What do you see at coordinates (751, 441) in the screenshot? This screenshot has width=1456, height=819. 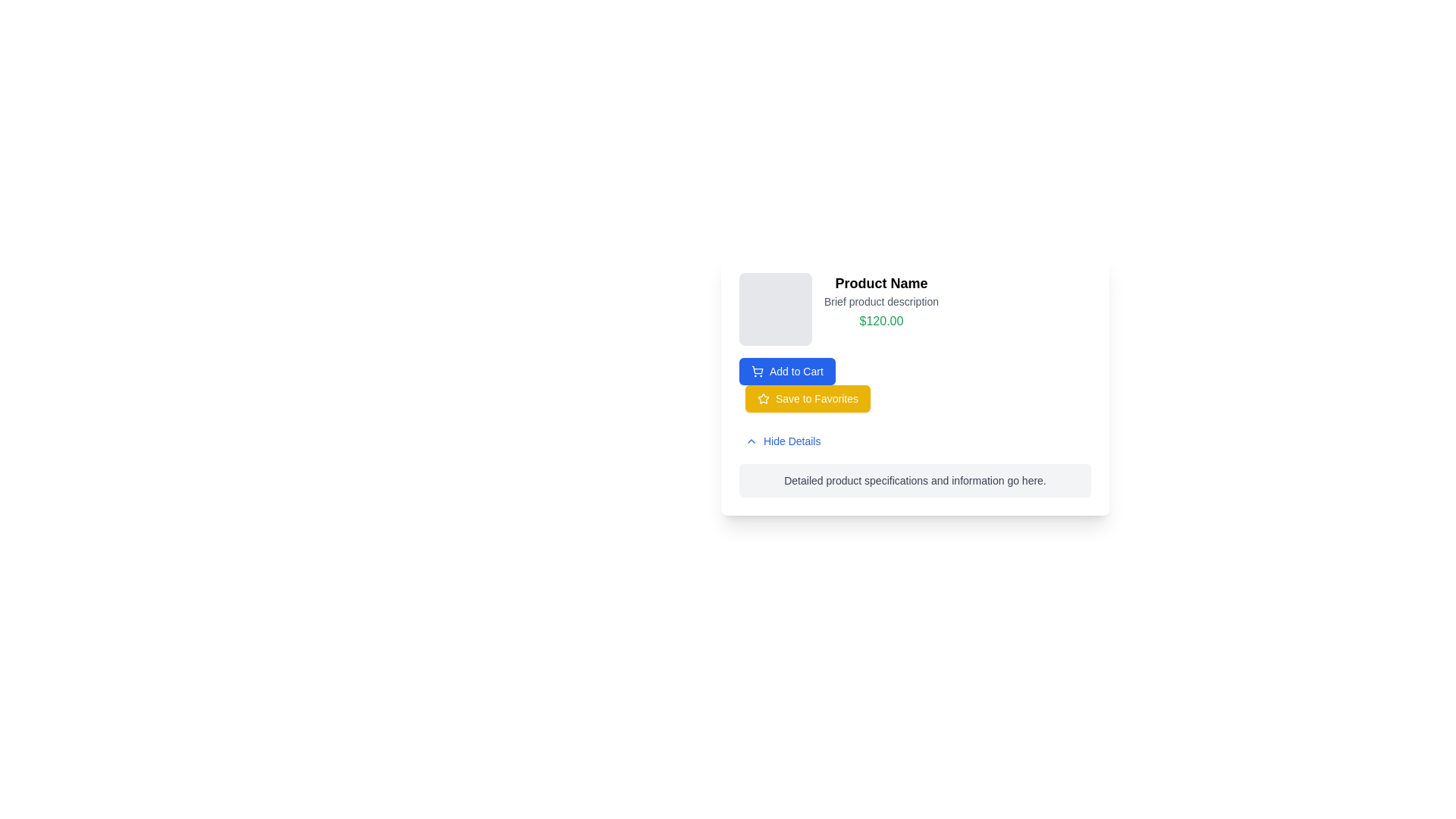 I see `the indicator icon located to the right of the 'Hide Details' text` at bounding box center [751, 441].